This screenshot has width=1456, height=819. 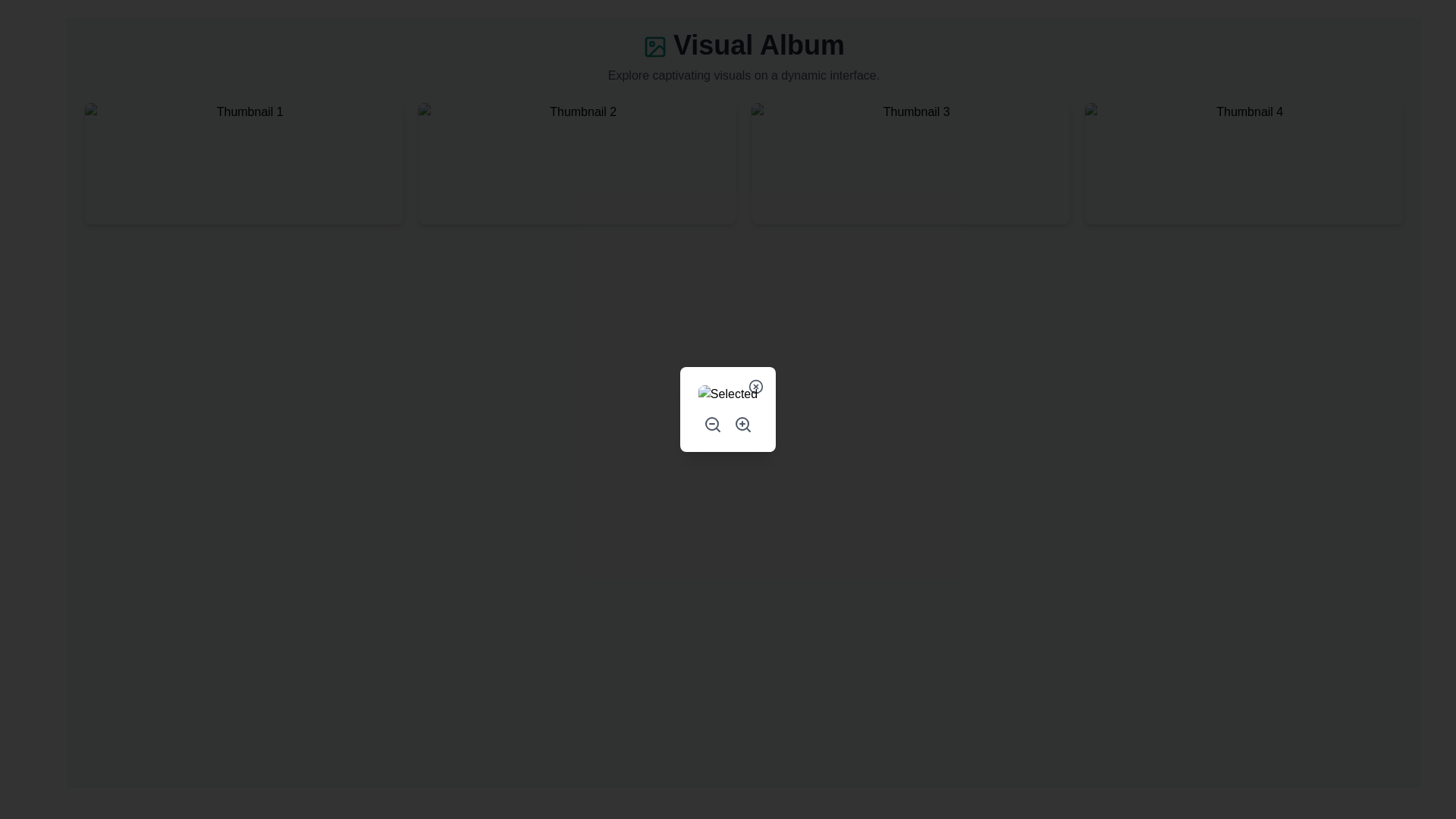 I want to click on the static text header displaying 'Visual Album', which is prominently positioned at the top of the interface, so click(x=743, y=45).